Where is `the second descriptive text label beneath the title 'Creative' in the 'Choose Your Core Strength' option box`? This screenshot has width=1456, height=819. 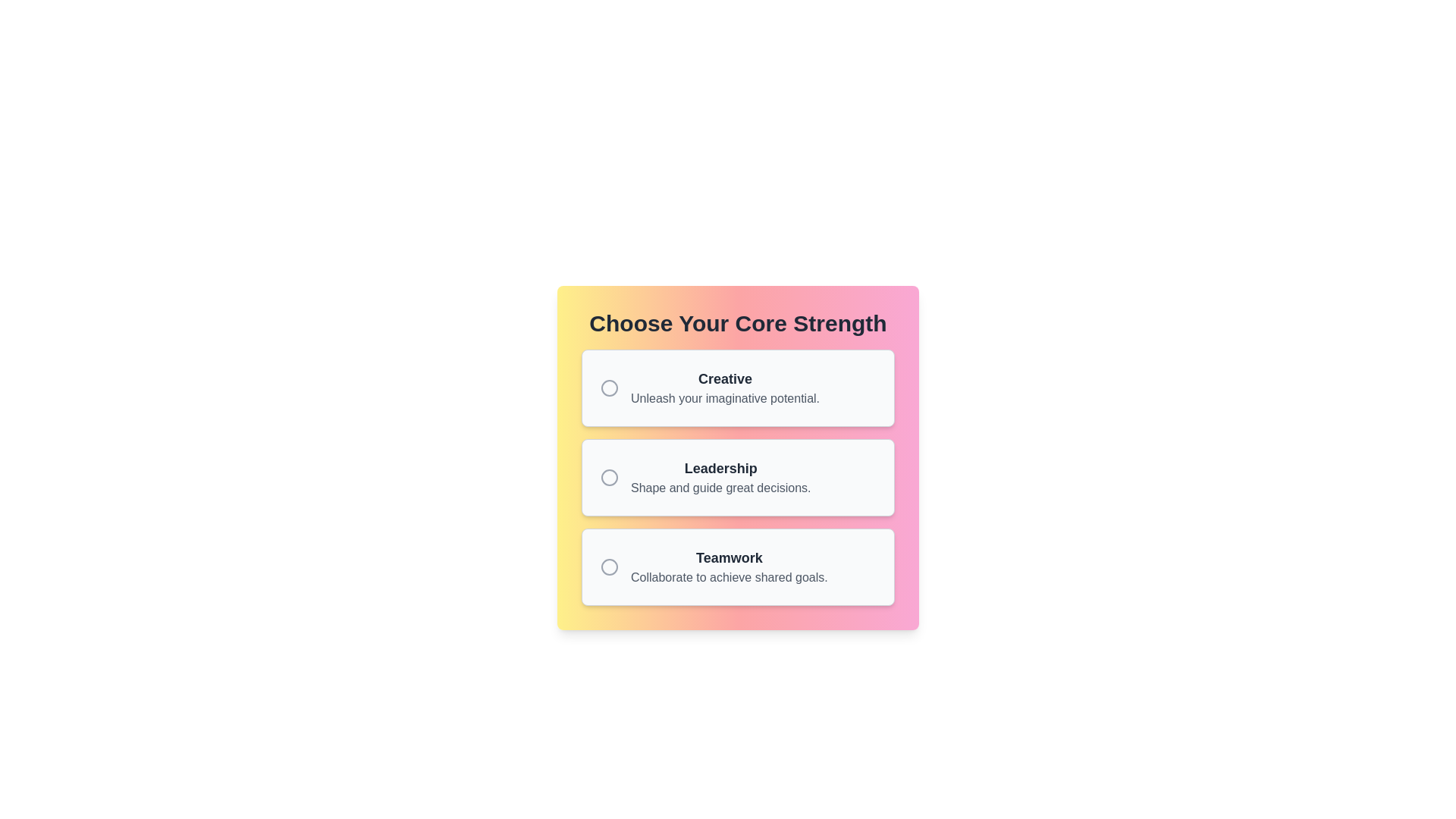 the second descriptive text label beneath the title 'Creative' in the 'Choose Your Core Strength' option box is located at coordinates (724, 397).